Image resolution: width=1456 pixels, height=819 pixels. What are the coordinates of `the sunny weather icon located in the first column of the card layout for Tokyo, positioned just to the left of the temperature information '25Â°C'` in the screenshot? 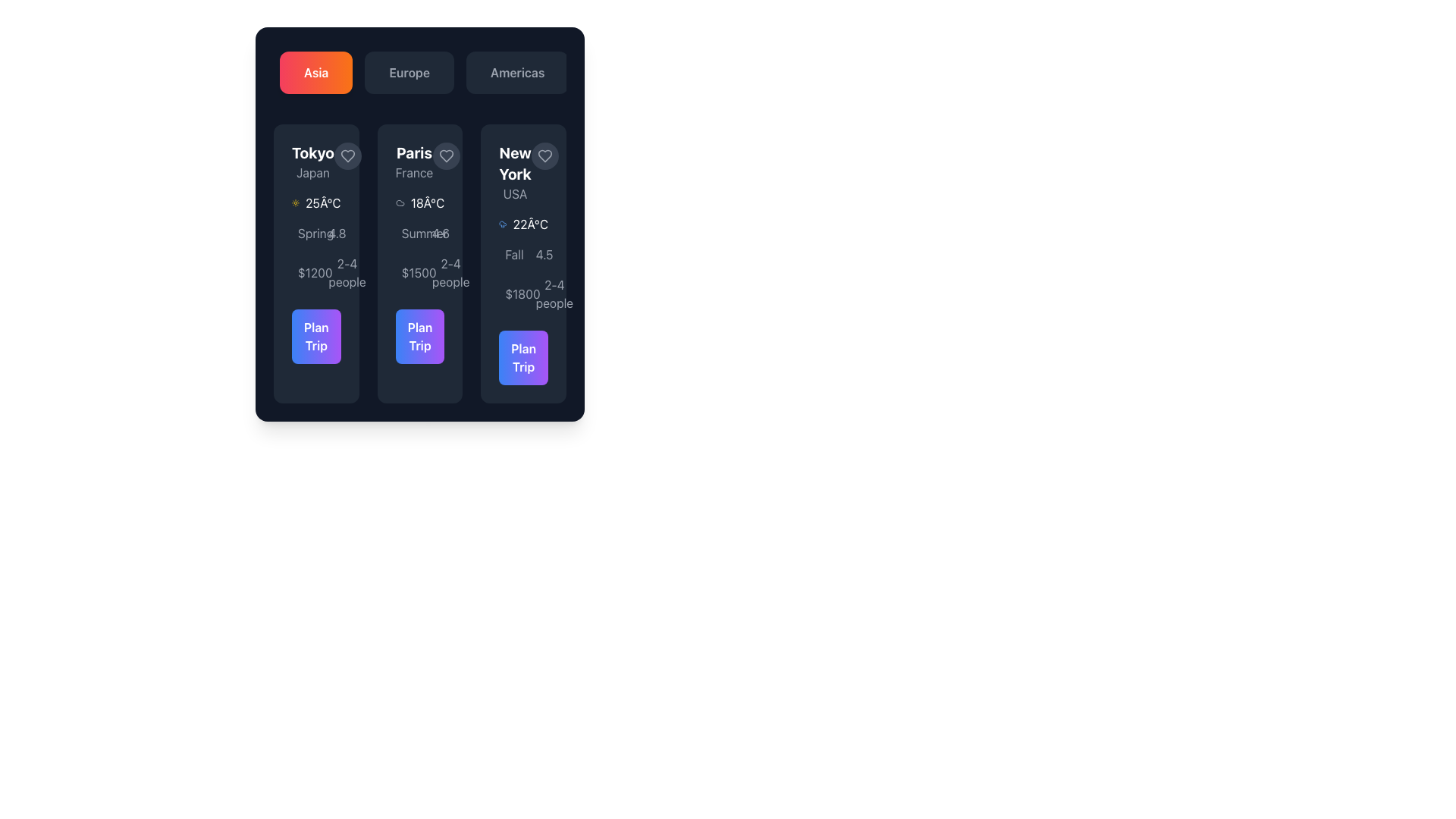 It's located at (296, 202).